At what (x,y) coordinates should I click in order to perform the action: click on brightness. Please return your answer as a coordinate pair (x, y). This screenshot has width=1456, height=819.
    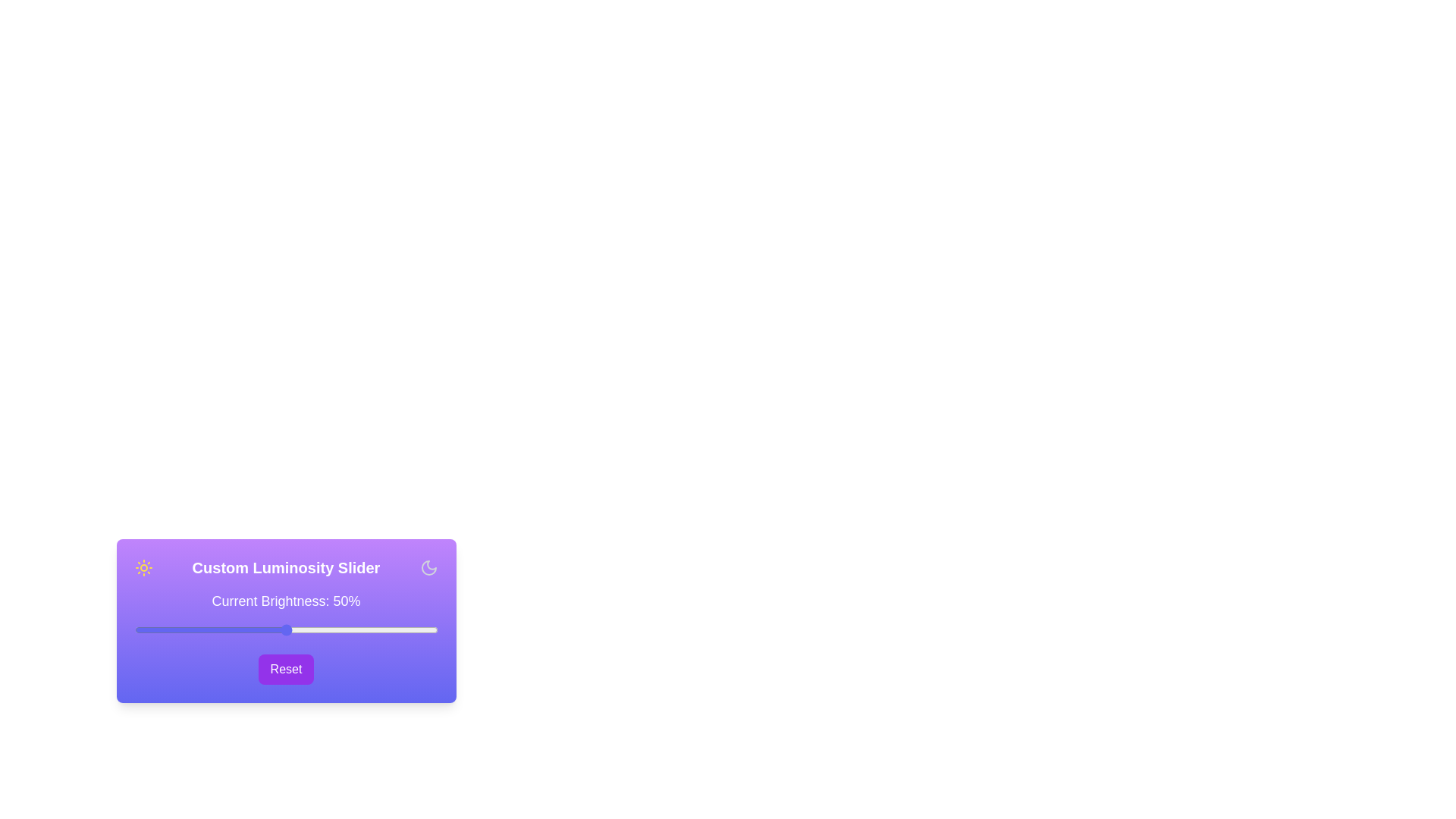
    Looking at the image, I should click on (425, 629).